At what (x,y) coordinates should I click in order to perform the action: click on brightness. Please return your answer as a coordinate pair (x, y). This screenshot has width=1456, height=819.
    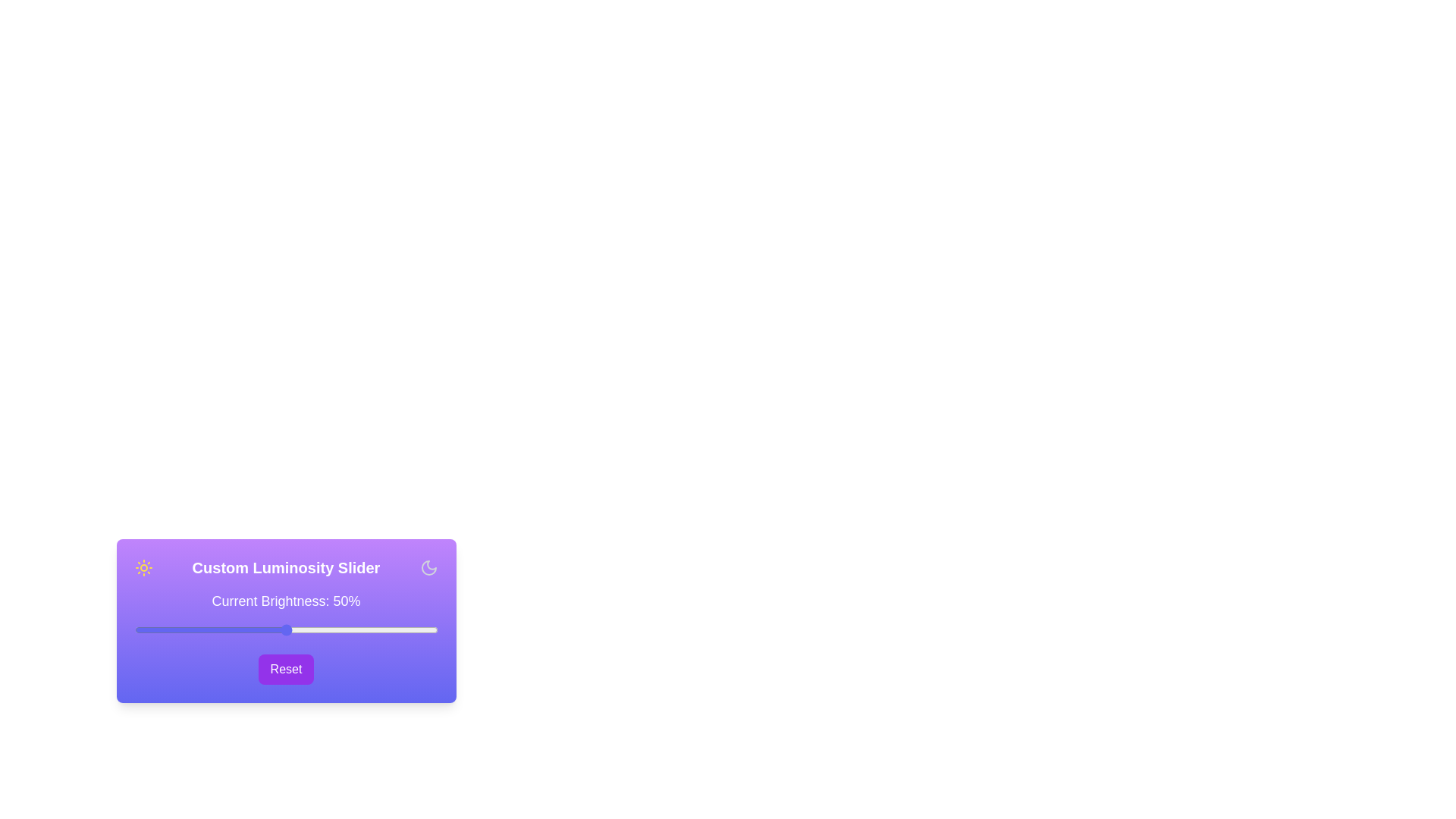
    Looking at the image, I should click on (425, 629).